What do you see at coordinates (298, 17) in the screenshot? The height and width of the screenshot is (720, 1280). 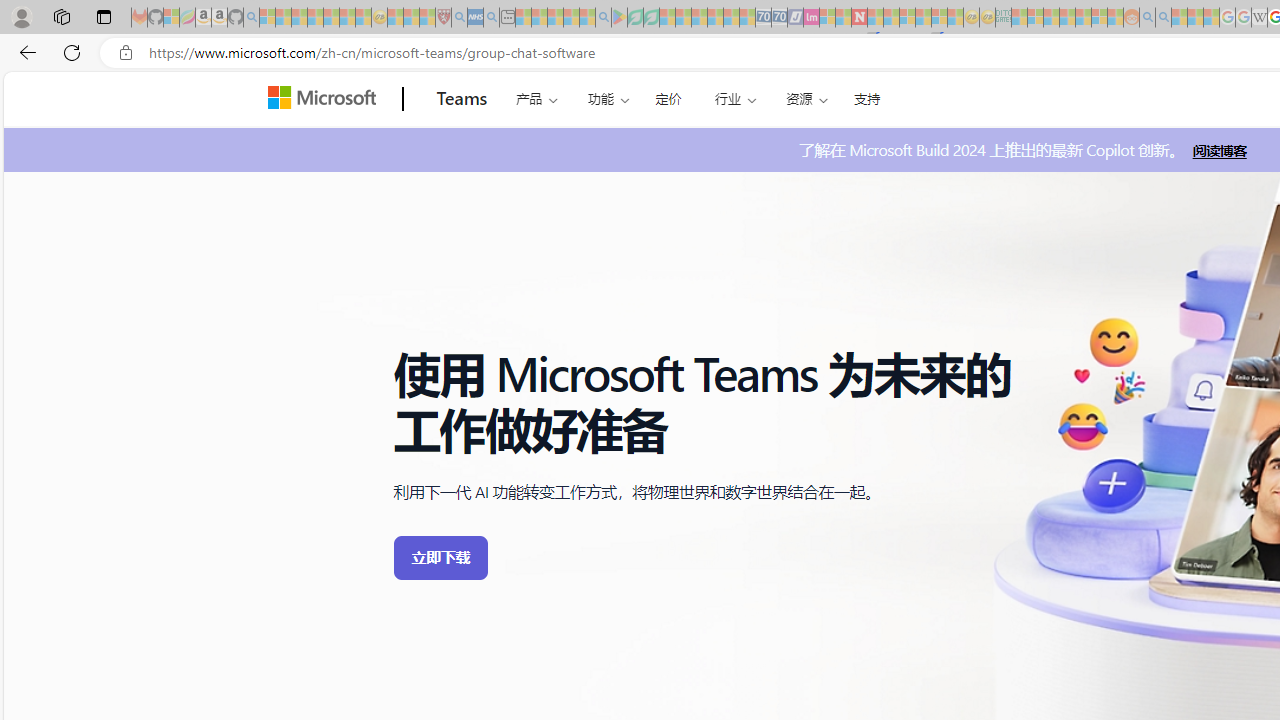 I see `'The Weather Channel - MSN - Sleeping'` at bounding box center [298, 17].